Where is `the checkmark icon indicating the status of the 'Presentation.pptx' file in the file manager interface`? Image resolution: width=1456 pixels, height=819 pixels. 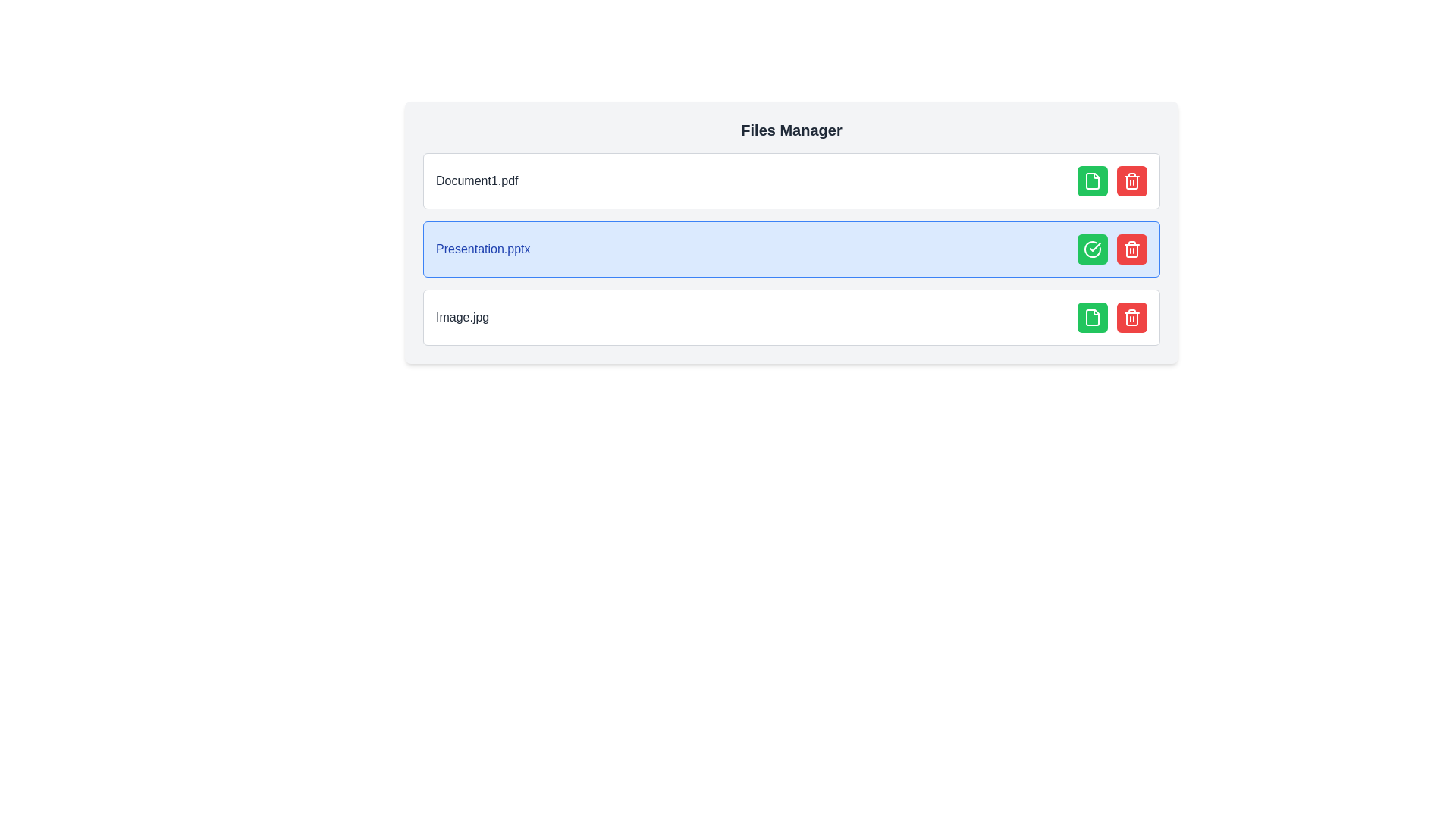 the checkmark icon indicating the status of the 'Presentation.pptx' file in the file manager interface is located at coordinates (1095, 246).